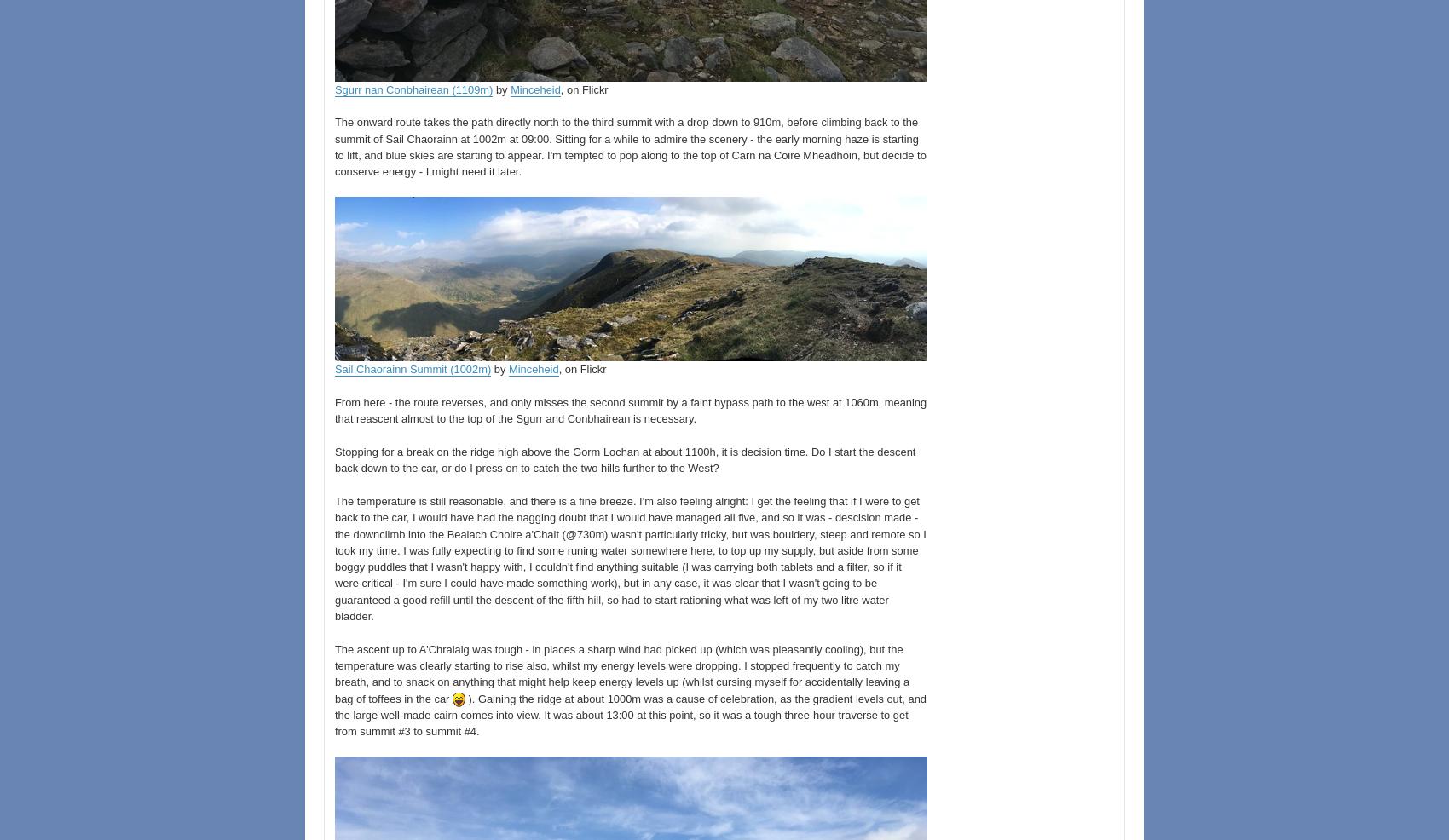 This screenshot has width=1449, height=840. I want to click on 'The ascent up to A'Chralaig was tough - in places a sharp wind had picked up (which was pleasantly cooling), but the temperature was clearly starting to rise also, whilst my energy levels were dropping. I stopped frequently to catch my breath, and to snack on anything that might help keep energy levels up (whilst cursing myself for accidentally leaving a bag of toffees in the car', so click(621, 673).